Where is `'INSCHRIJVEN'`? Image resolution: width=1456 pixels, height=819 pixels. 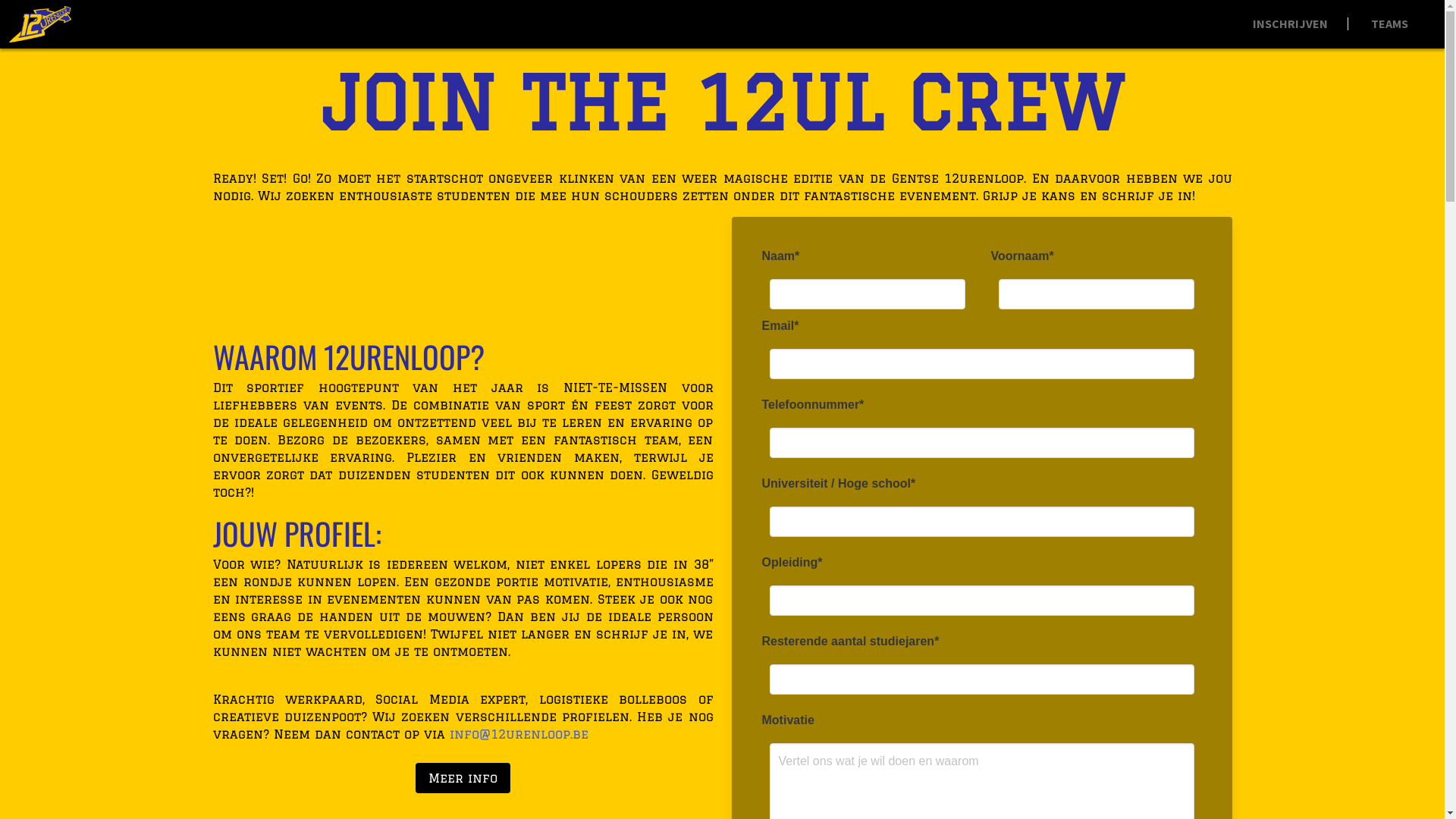
'INSCHRIJVEN' is located at coordinates (1289, 23).